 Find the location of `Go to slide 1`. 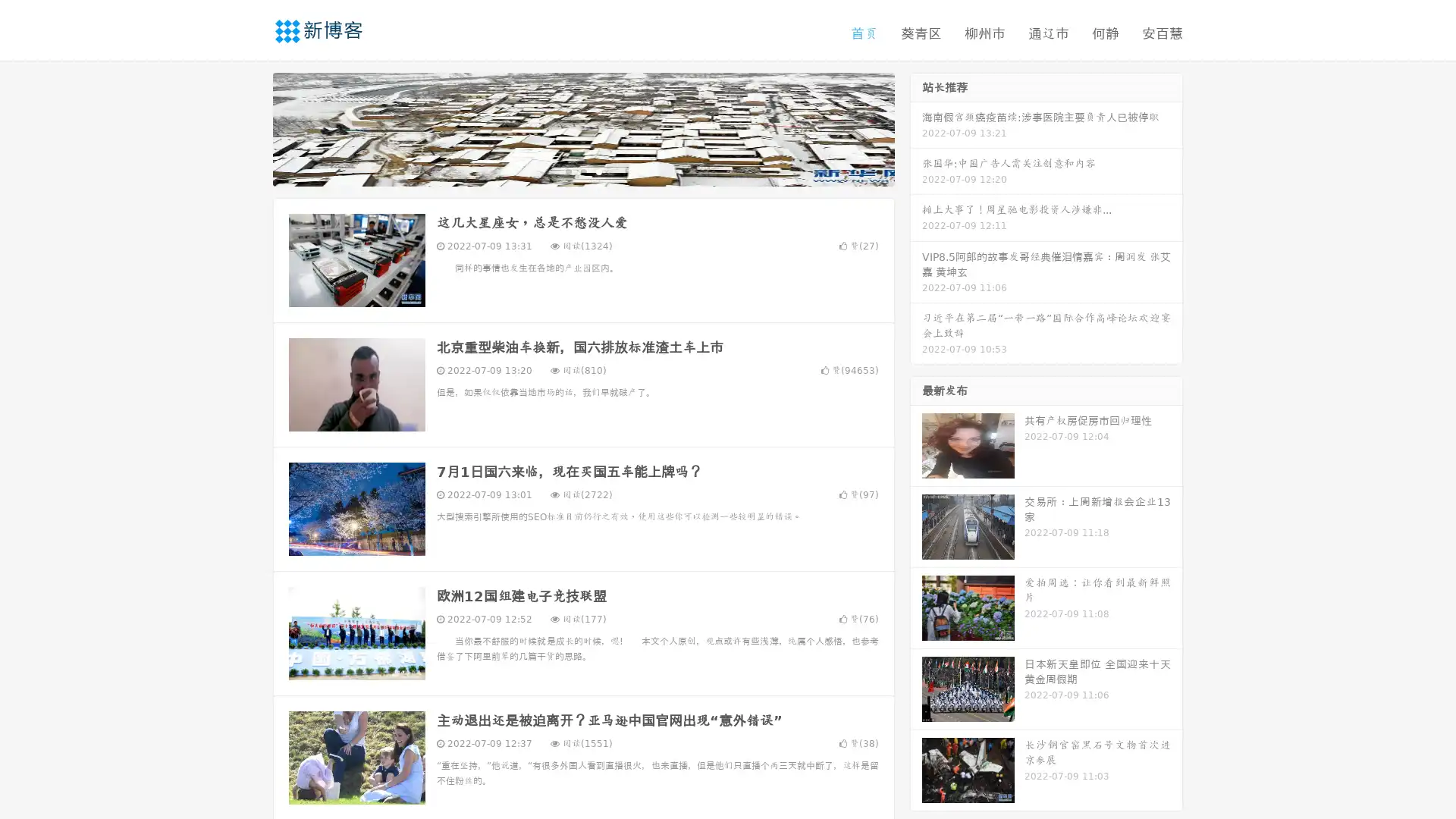

Go to slide 1 is located at coordinates (567, 171).